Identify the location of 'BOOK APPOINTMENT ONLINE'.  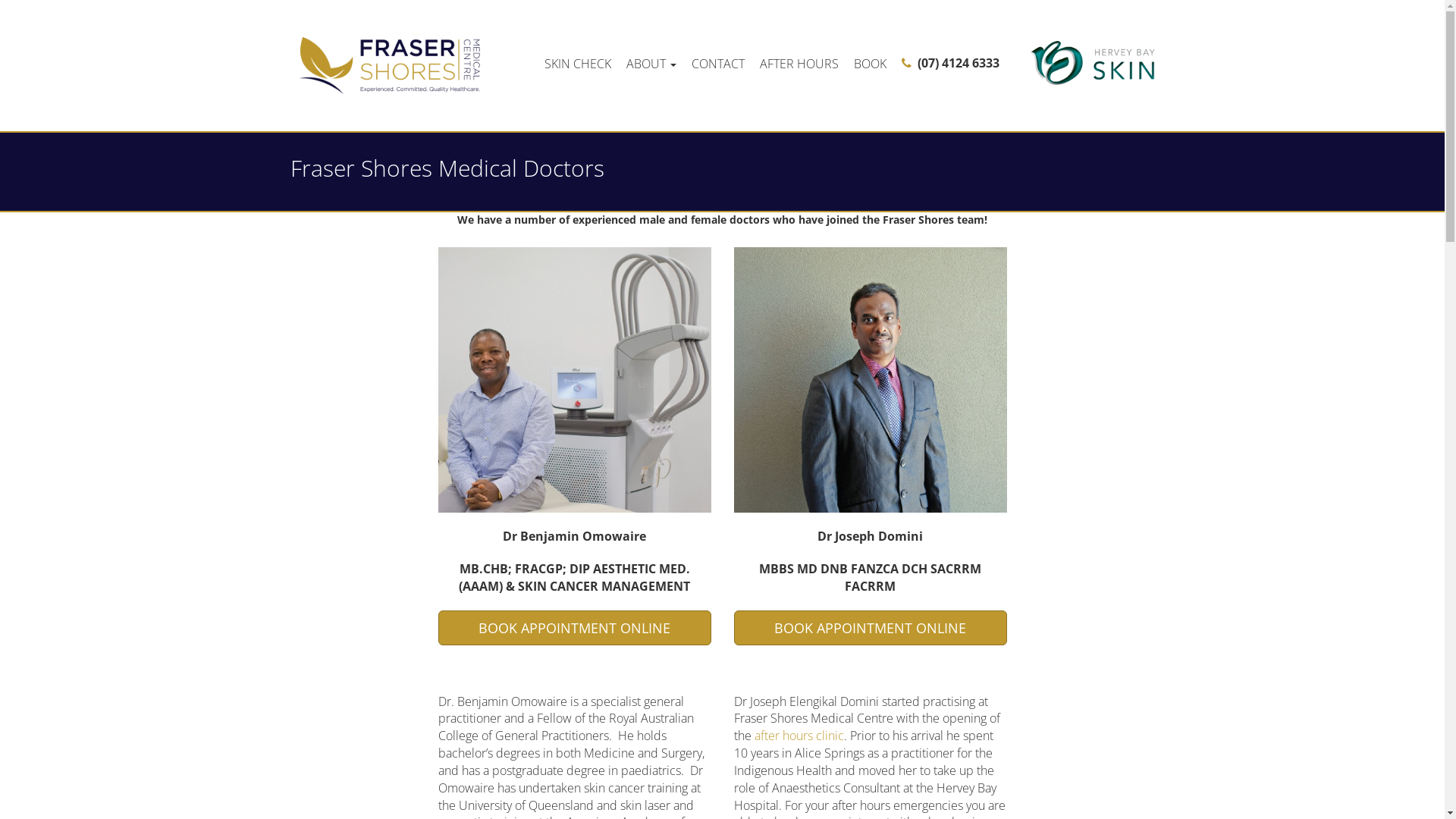
(870, 628).